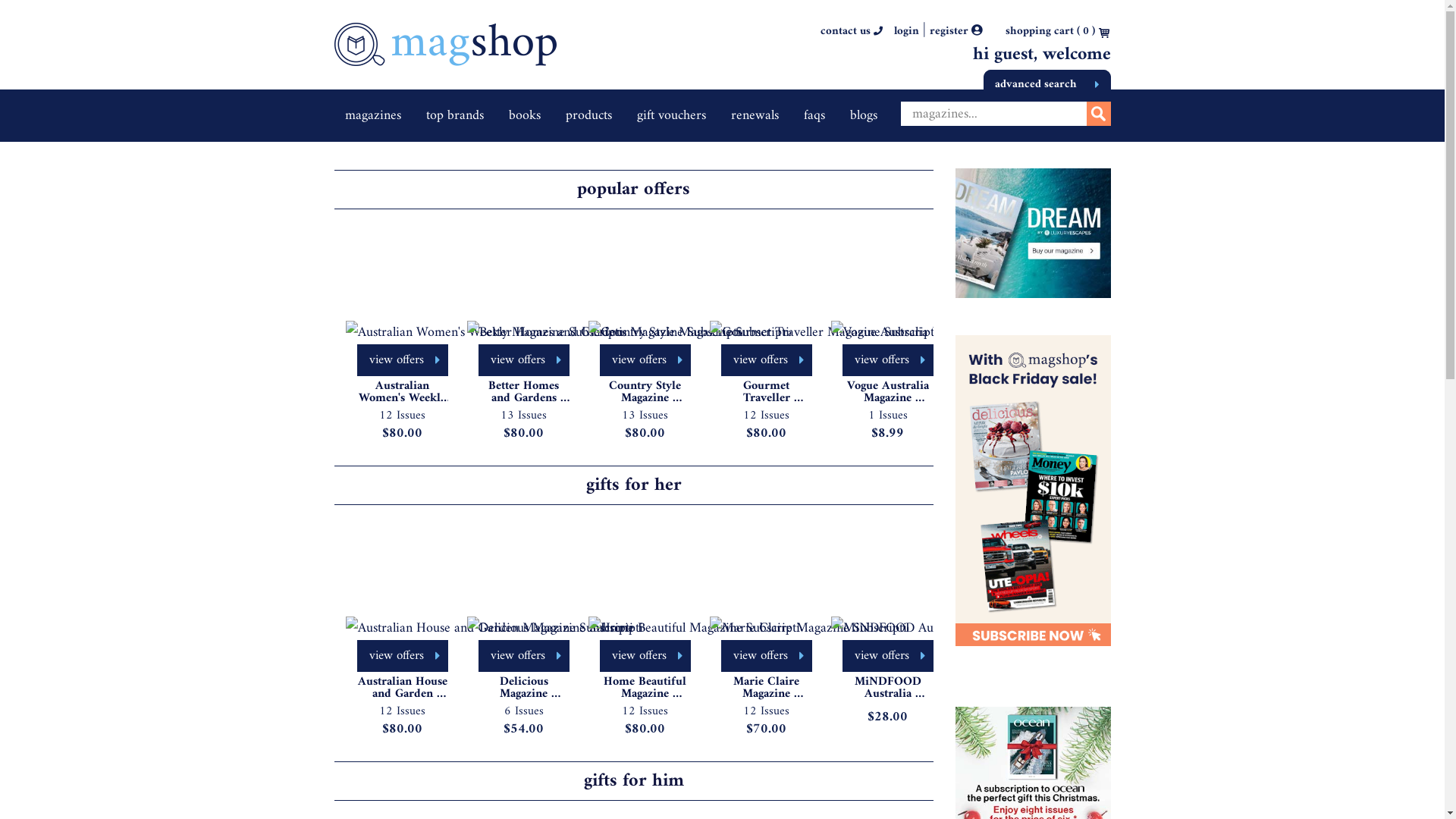 The image size is (1456, 819). Describe the element at coordinates (755, 115) in the screenshot. I see `'renewals'` at that location.